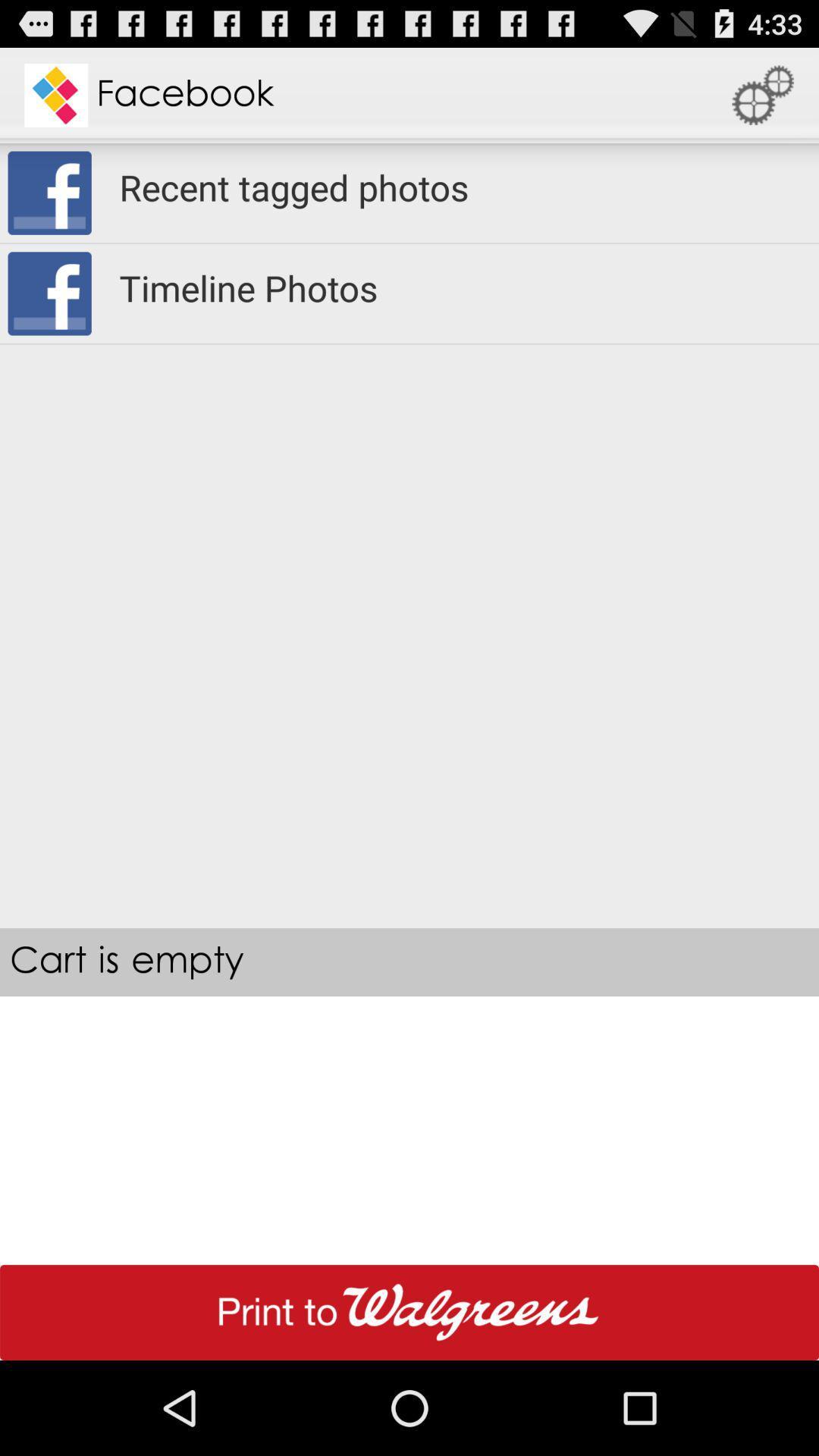 Image resolution: width=819 pixels, height=1456 pixels. Describe the element at coordinates (458, 287) in the screenshot. I see `the timeline photos` at that location.